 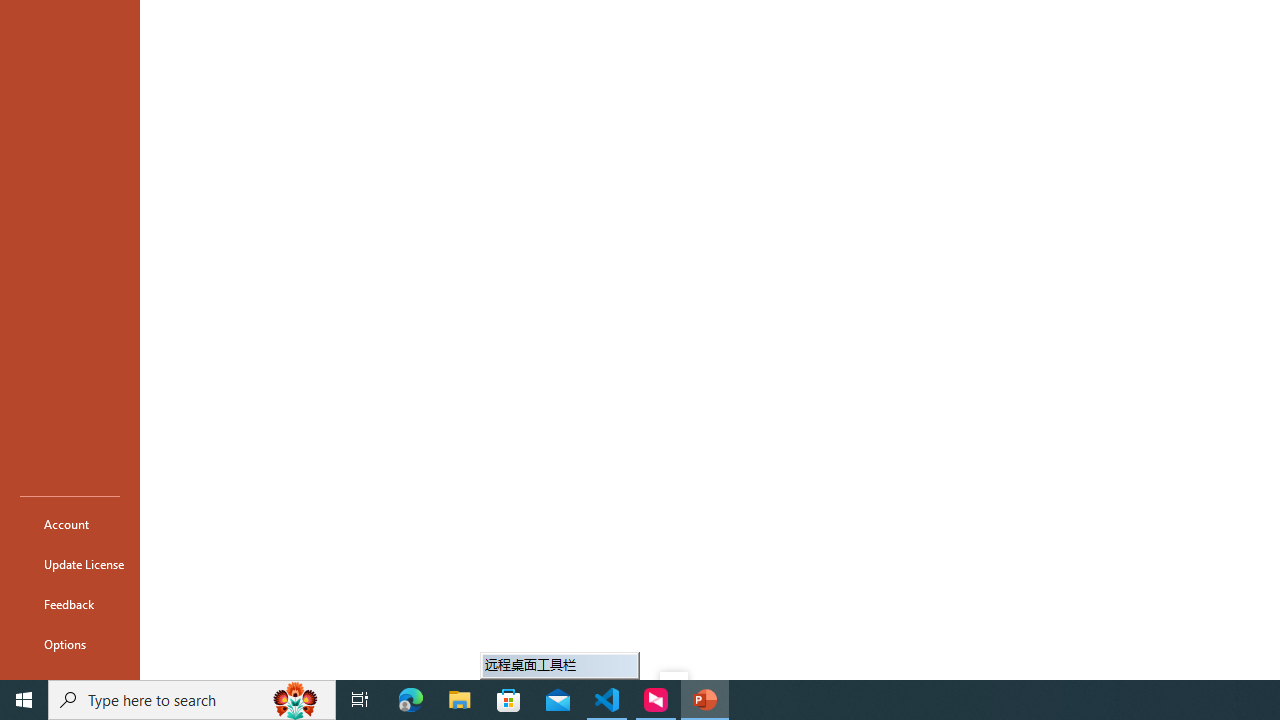 I want to click on 'Update License', so click(x=69, y=564).